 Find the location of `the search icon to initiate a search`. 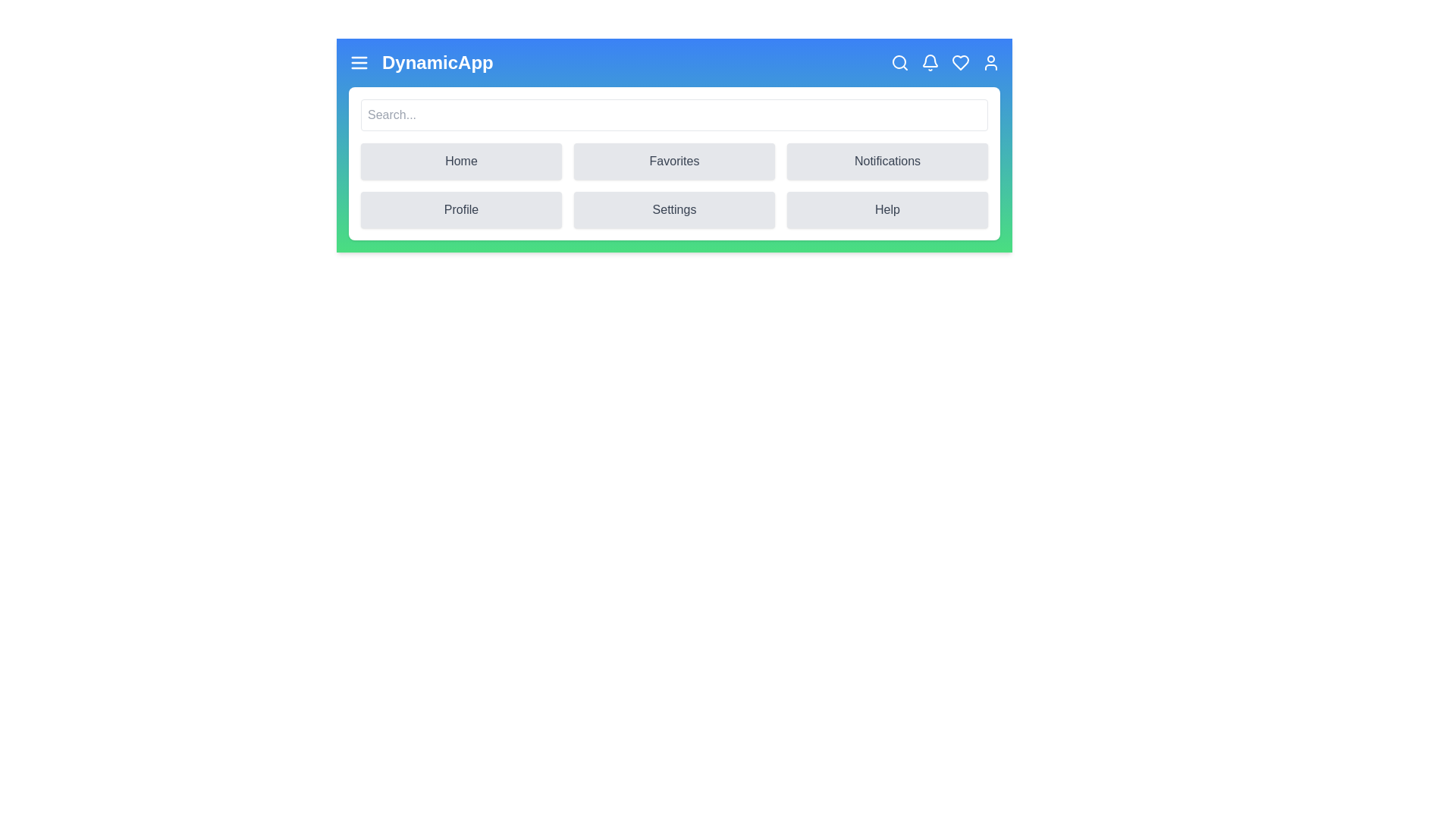

the search icon to initiate a search is located at coordinates (899, 62).